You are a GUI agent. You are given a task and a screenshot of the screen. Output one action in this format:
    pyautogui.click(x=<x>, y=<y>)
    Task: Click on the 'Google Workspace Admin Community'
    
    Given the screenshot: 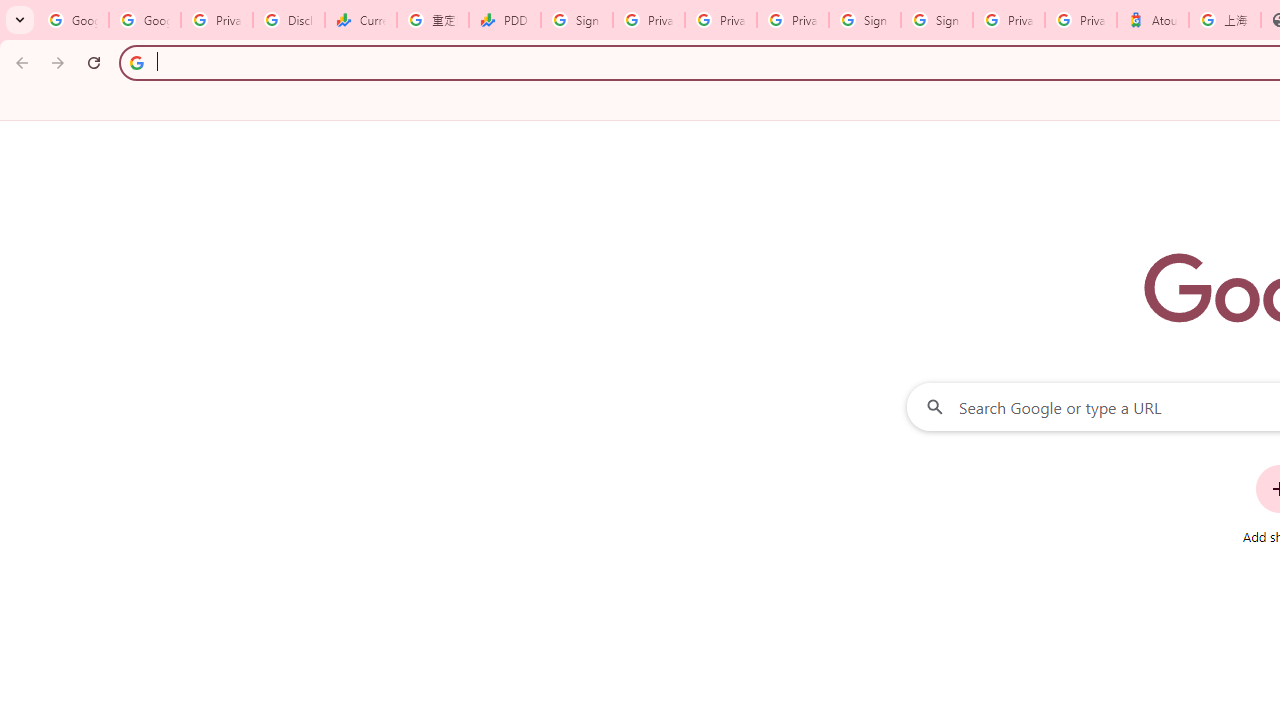 What is the action you would take?
    pyautogui.click(x=72, y=20)
    